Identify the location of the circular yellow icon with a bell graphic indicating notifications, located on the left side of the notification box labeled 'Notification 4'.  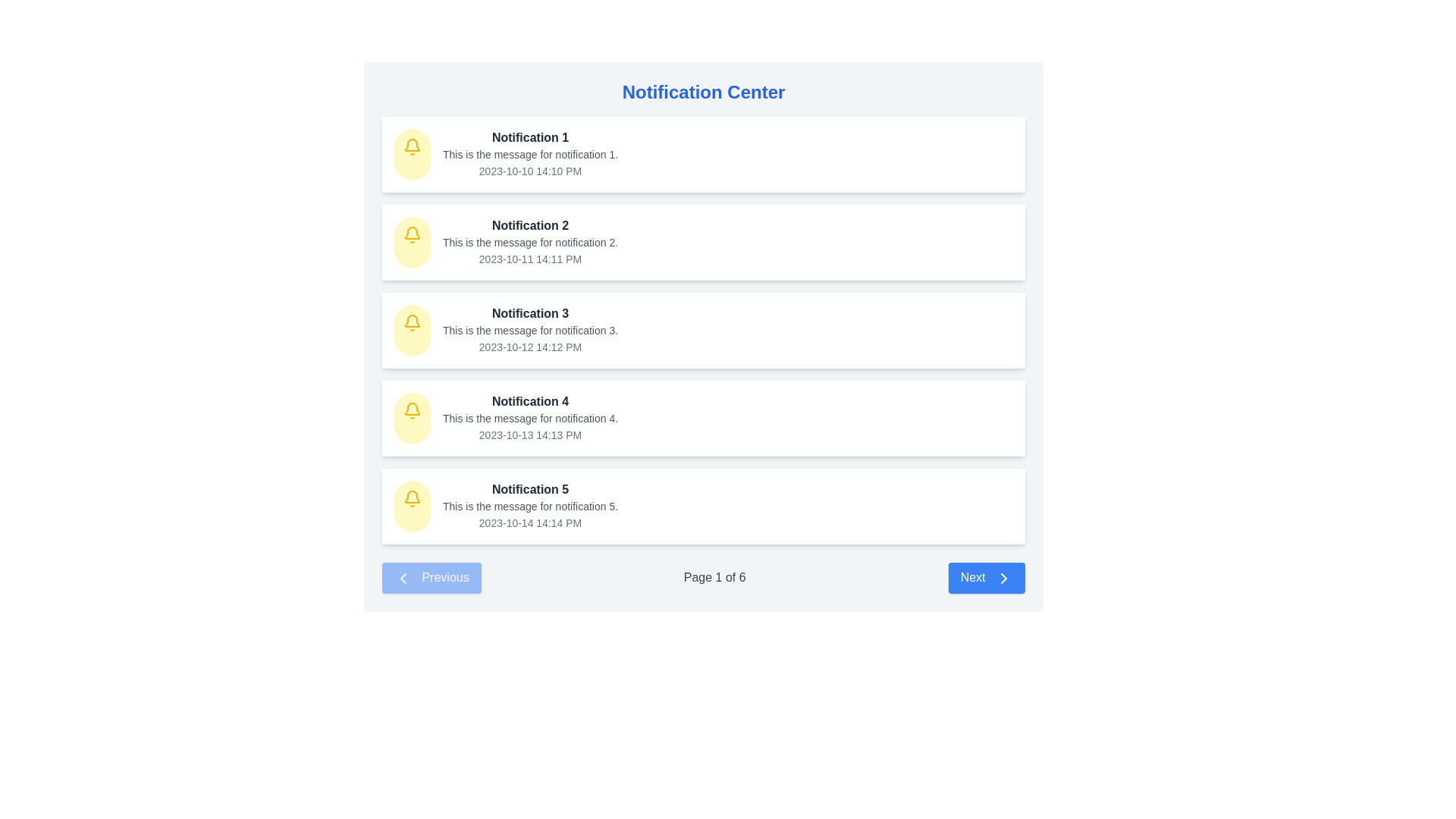
(412, 418).